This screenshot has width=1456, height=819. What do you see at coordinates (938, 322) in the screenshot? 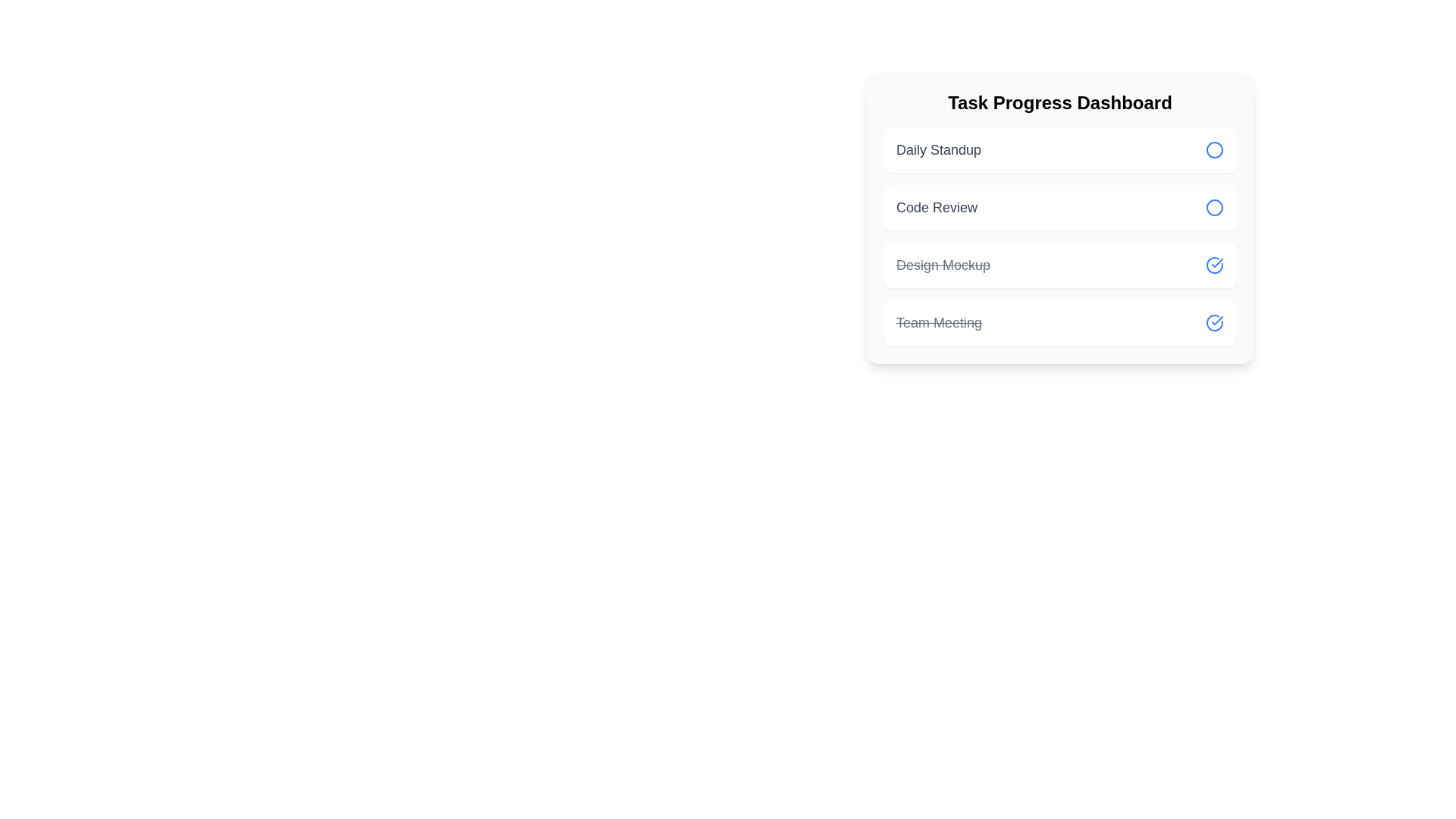
I see `the text label displaying 'Team Meeting' with a strikethrough, indicating a completed task, located at the bottom of the task list` at bounding box center [938, 322].